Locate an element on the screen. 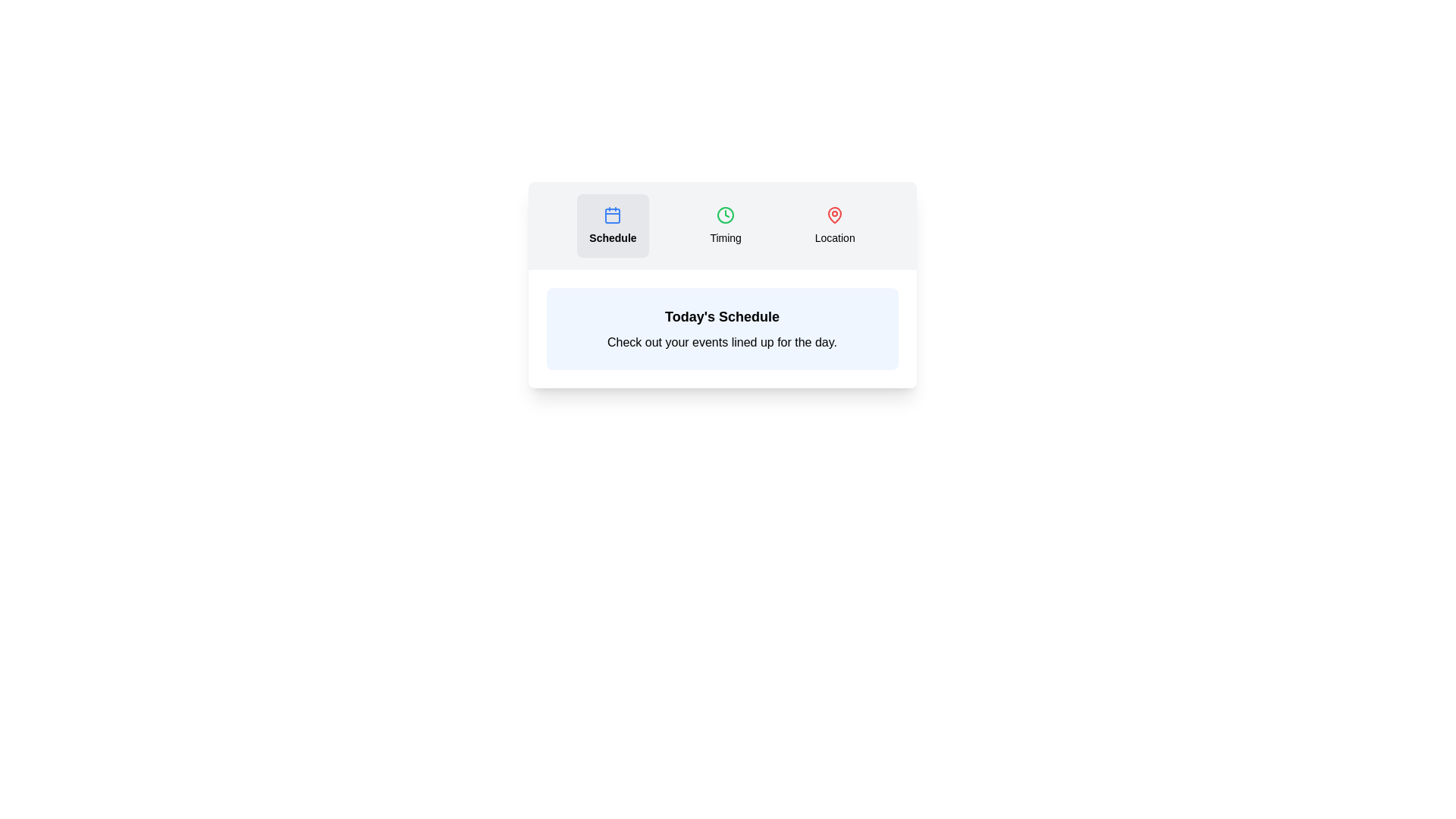  the icon corresponding to the Timing tab is located at coordinates (724, 215).